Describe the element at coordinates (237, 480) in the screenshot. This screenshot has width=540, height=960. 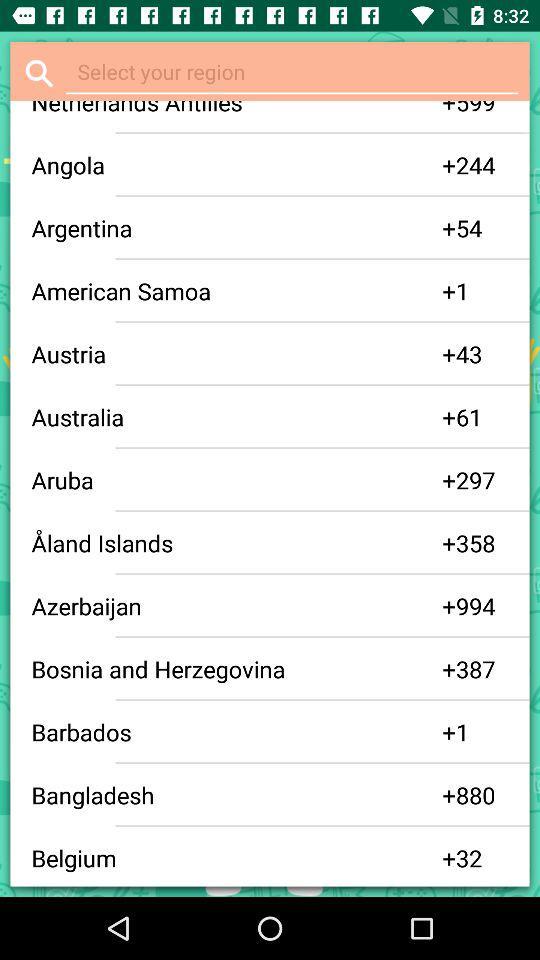
I see `the app next to the + icon` at that location.